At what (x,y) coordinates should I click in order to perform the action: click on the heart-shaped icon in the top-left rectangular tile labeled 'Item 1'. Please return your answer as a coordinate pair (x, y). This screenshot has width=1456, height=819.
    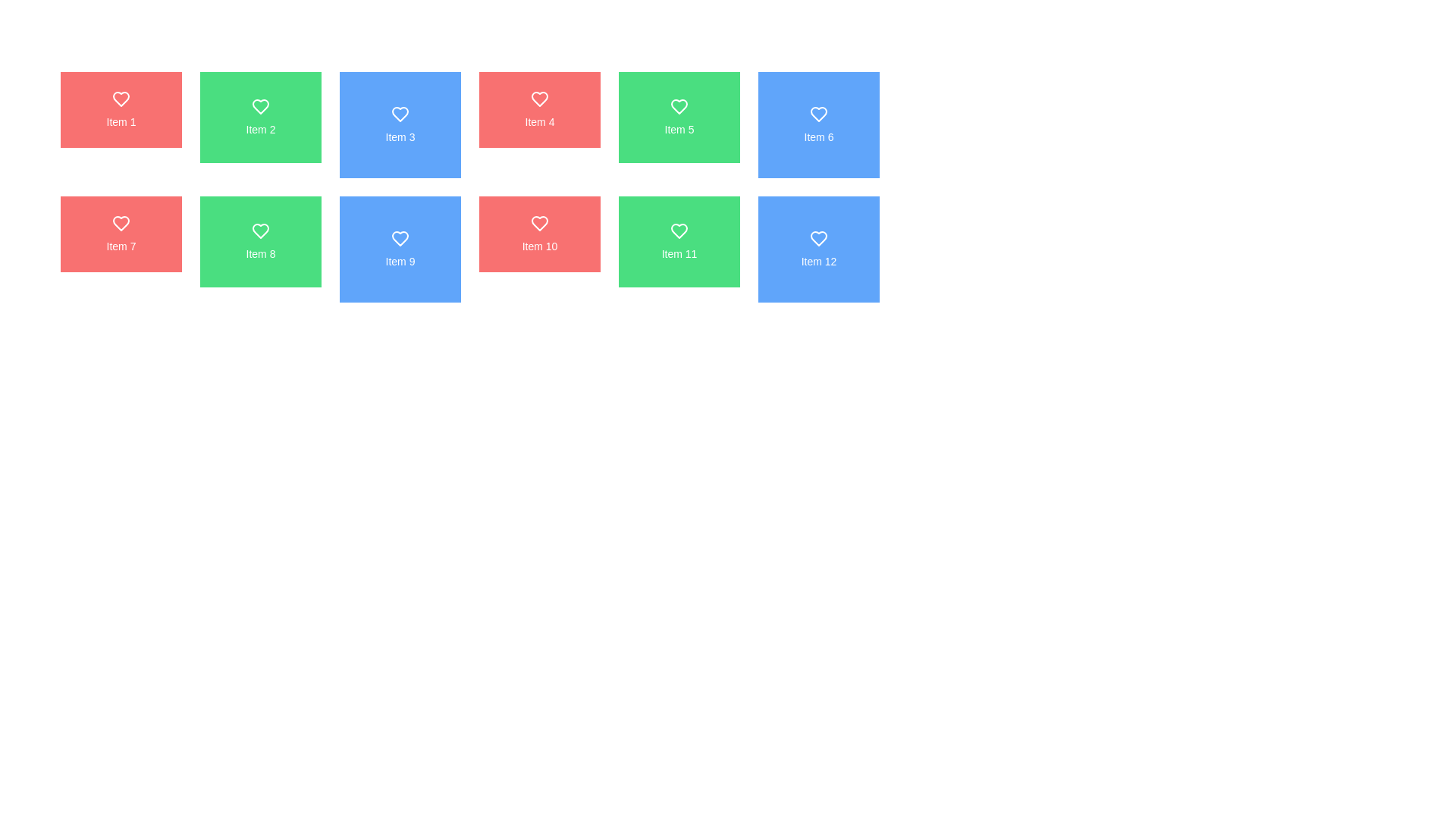
    Looking at the image, I should click on (120, 99).